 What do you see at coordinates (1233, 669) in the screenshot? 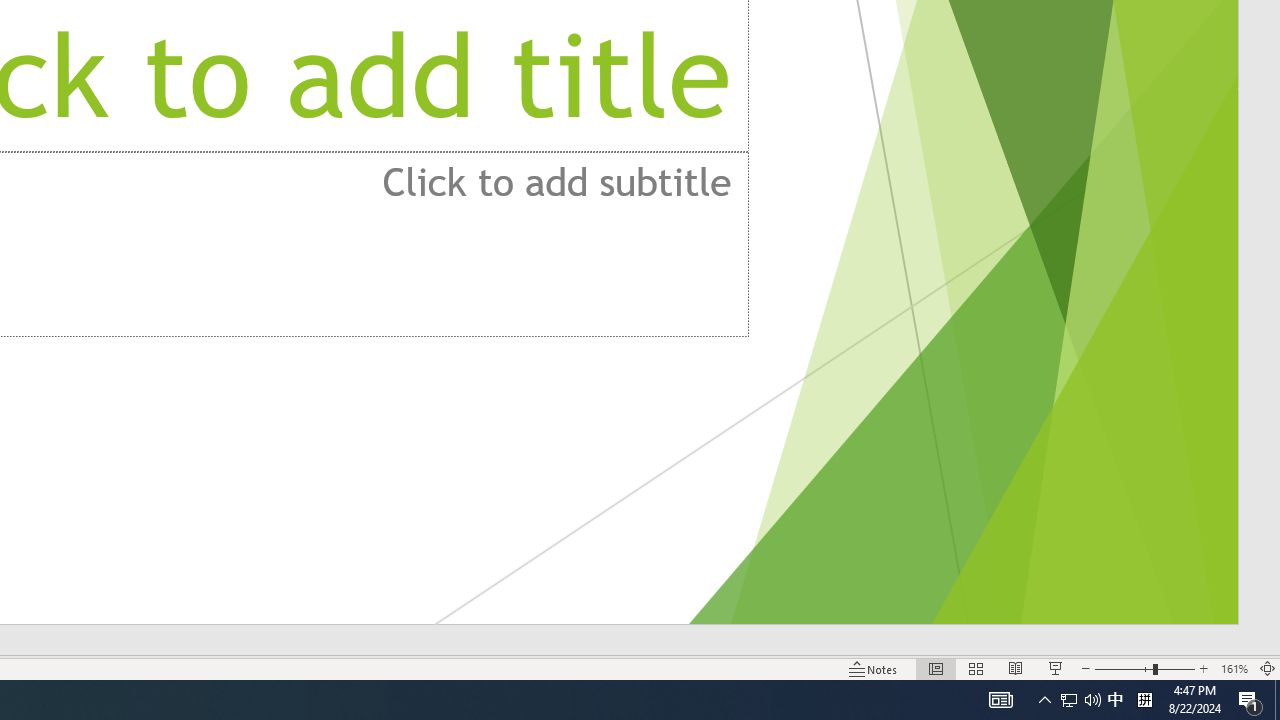
I see `'Zoom 161%'` at bounding box center [1233, 669].